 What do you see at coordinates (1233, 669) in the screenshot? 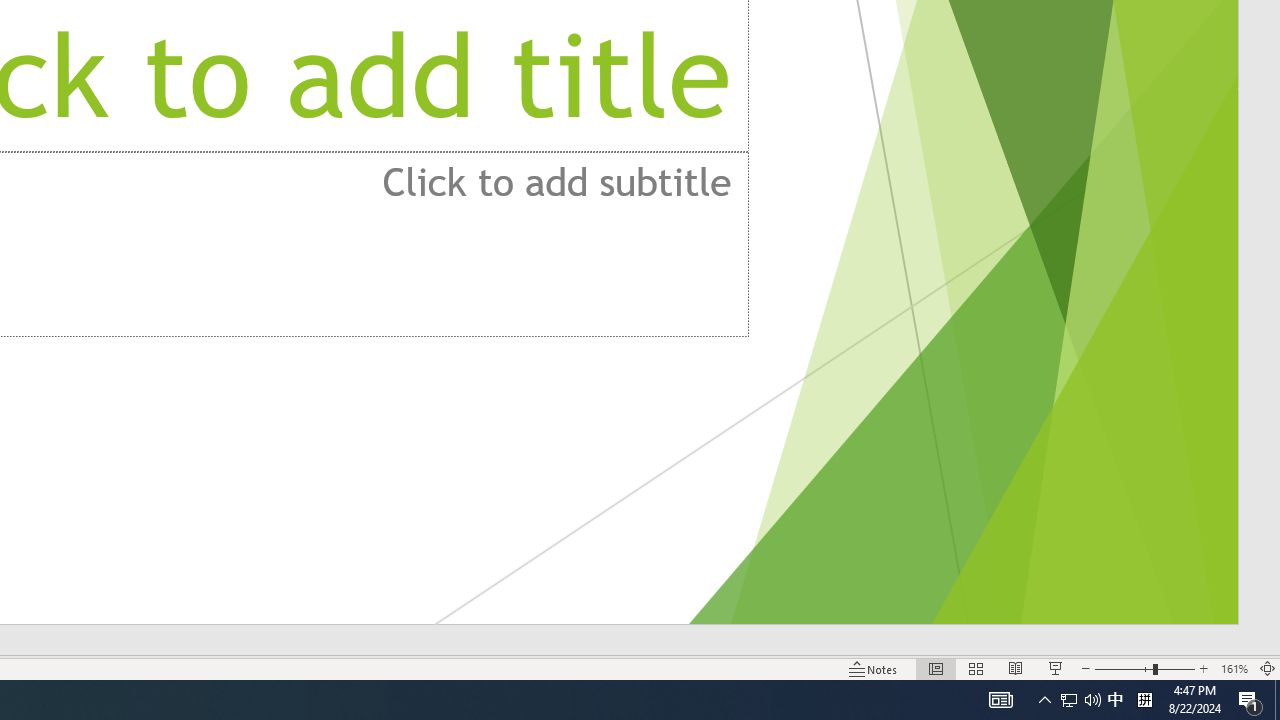
I see `'Zoom 161%'` at bounding box center [1233, 669].